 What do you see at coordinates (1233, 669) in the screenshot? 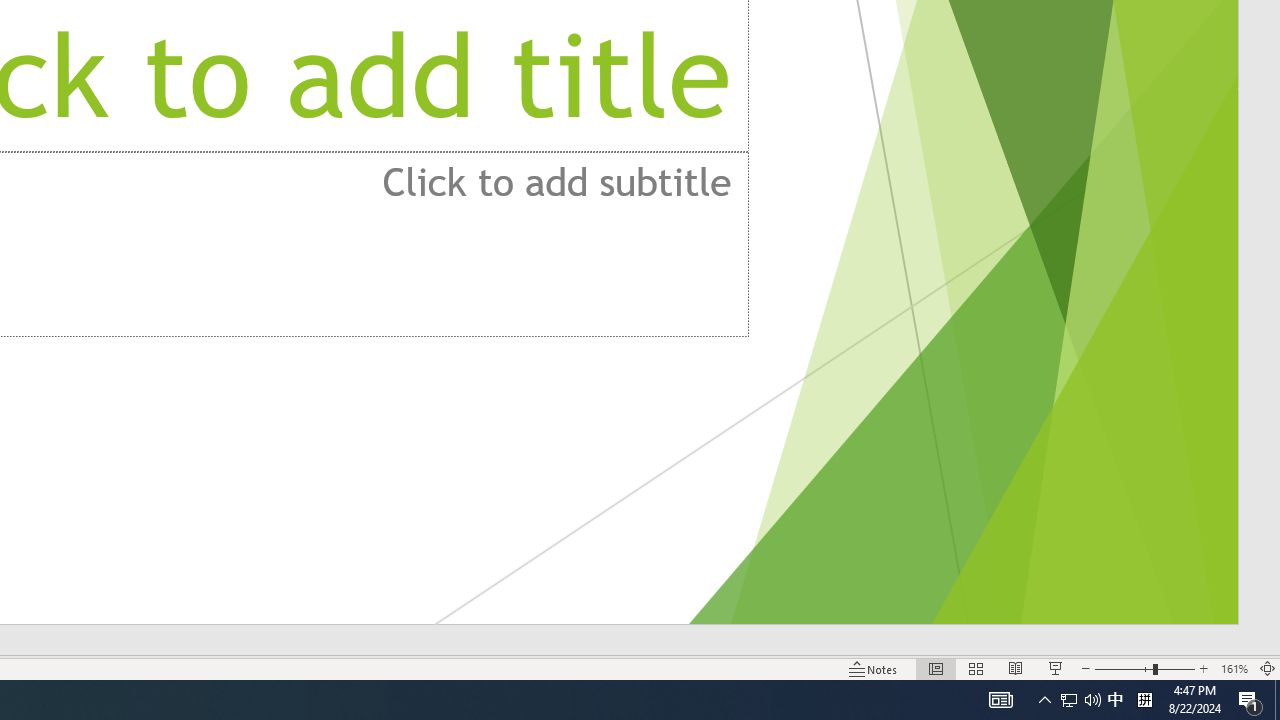
I see `'Zoom 161%'` at bounding box center [1233, 669].